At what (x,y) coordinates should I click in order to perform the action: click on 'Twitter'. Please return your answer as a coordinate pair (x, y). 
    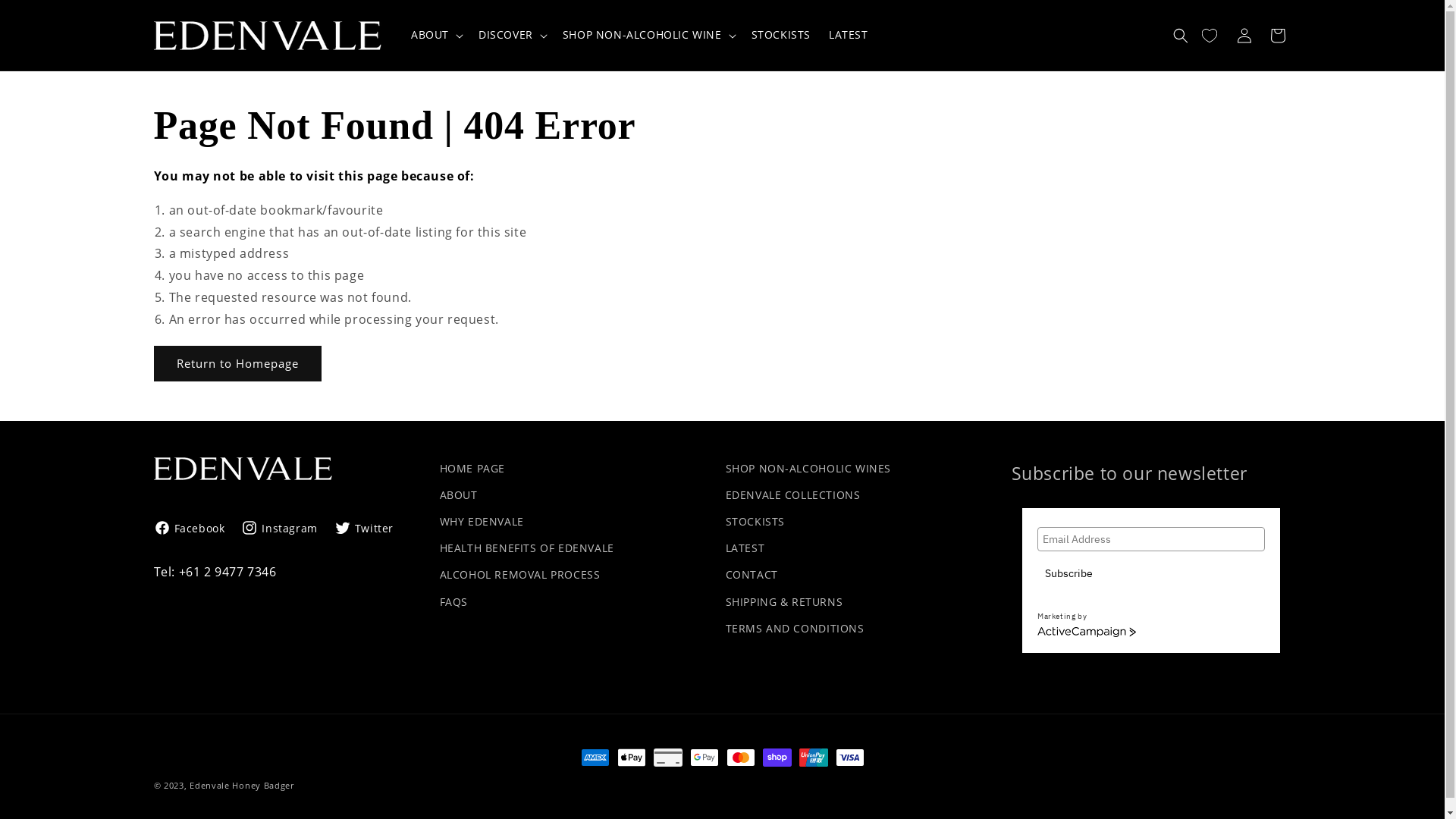
    Looking at the image, I should click on (364, 527).